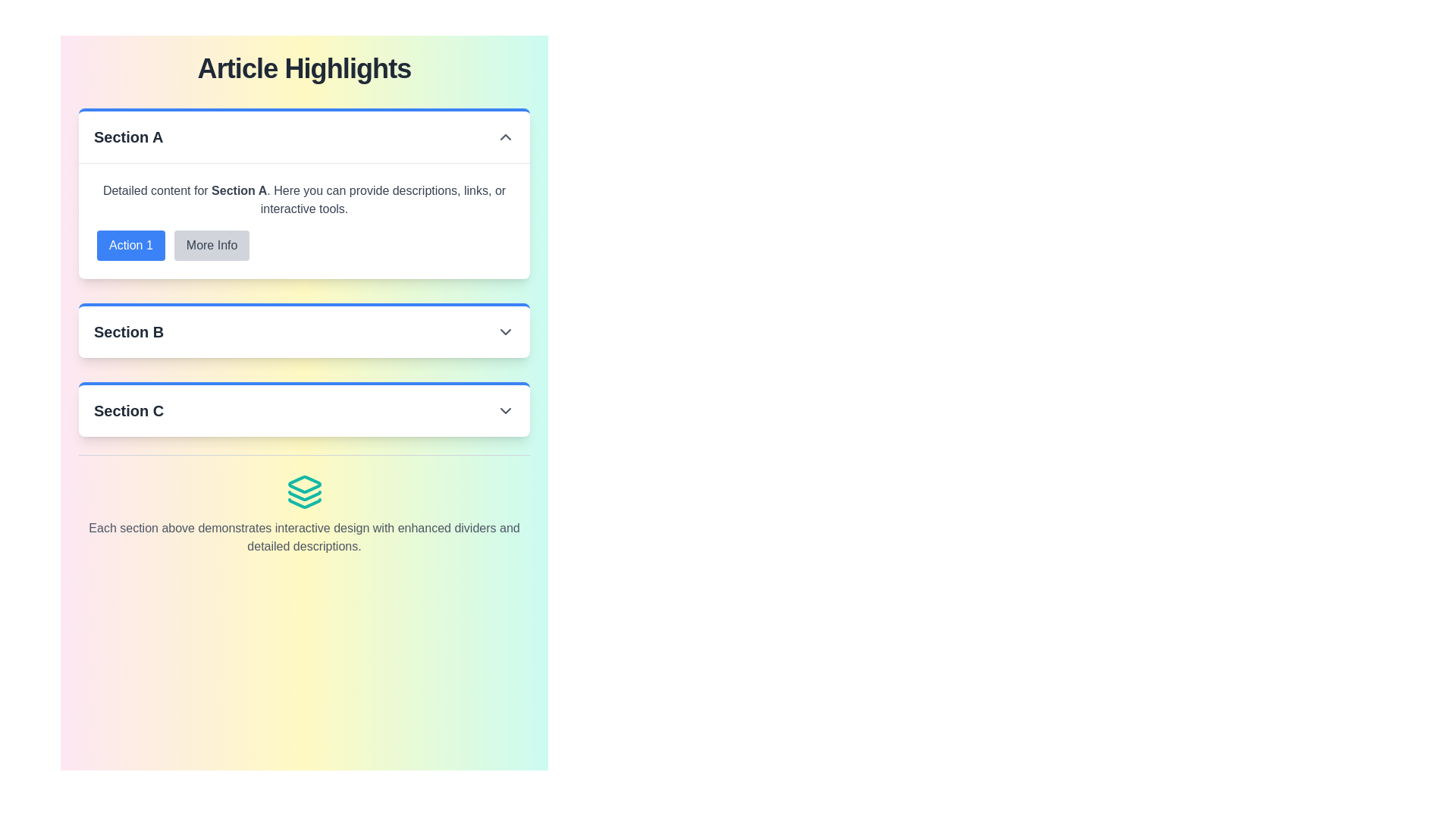 This screenshot has width=1456, height=819. What do you see at coordinates (130, 245) in the screenshot?
I see `the button labeled 'Action 1' with a blue background and white text` at bounding box center [130, 245].